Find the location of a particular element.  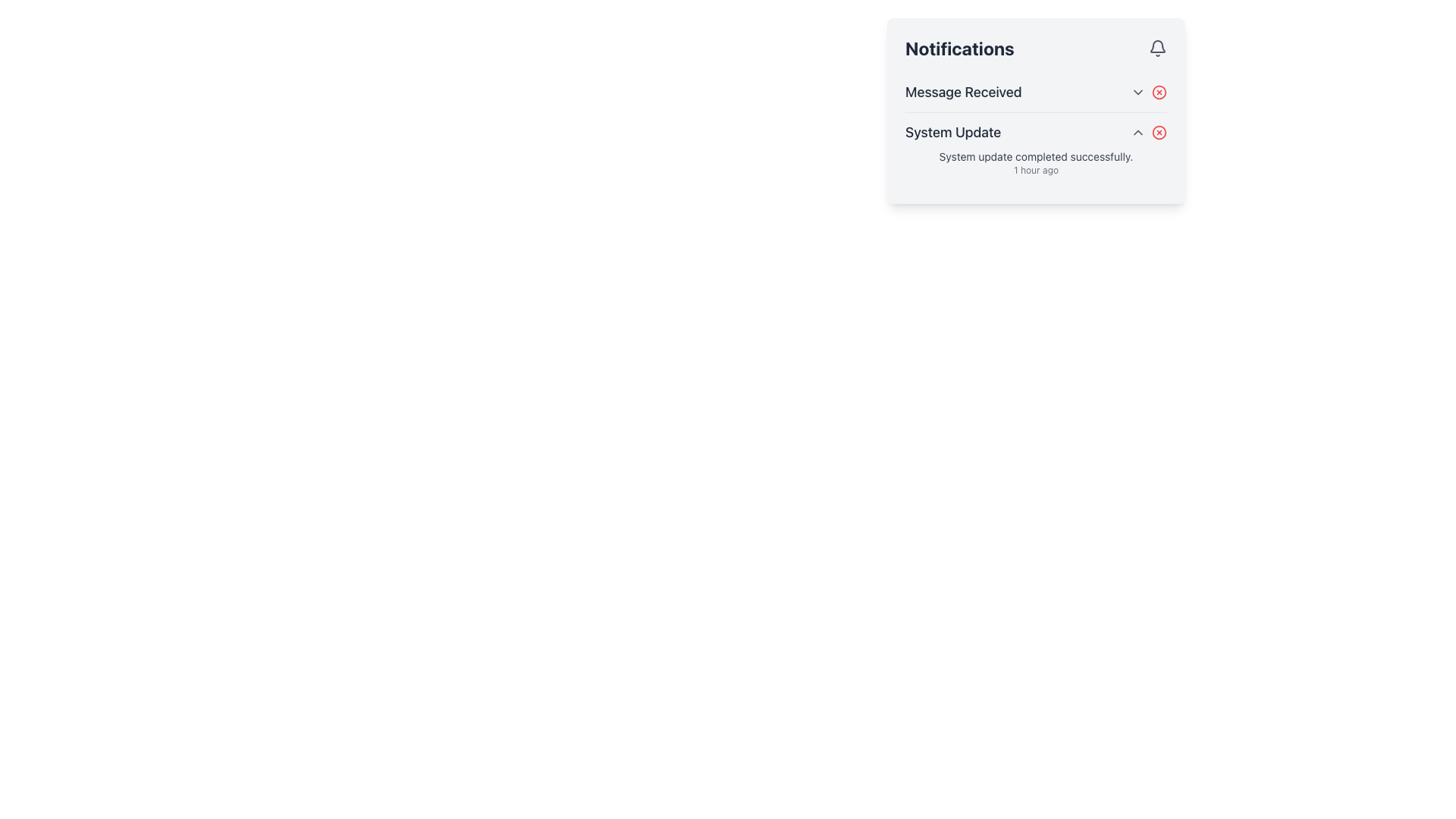

the control group associated with the 'System Update' feature, located to the far right of the text indicating 'System Update' is located at coordinates (1149, 131).